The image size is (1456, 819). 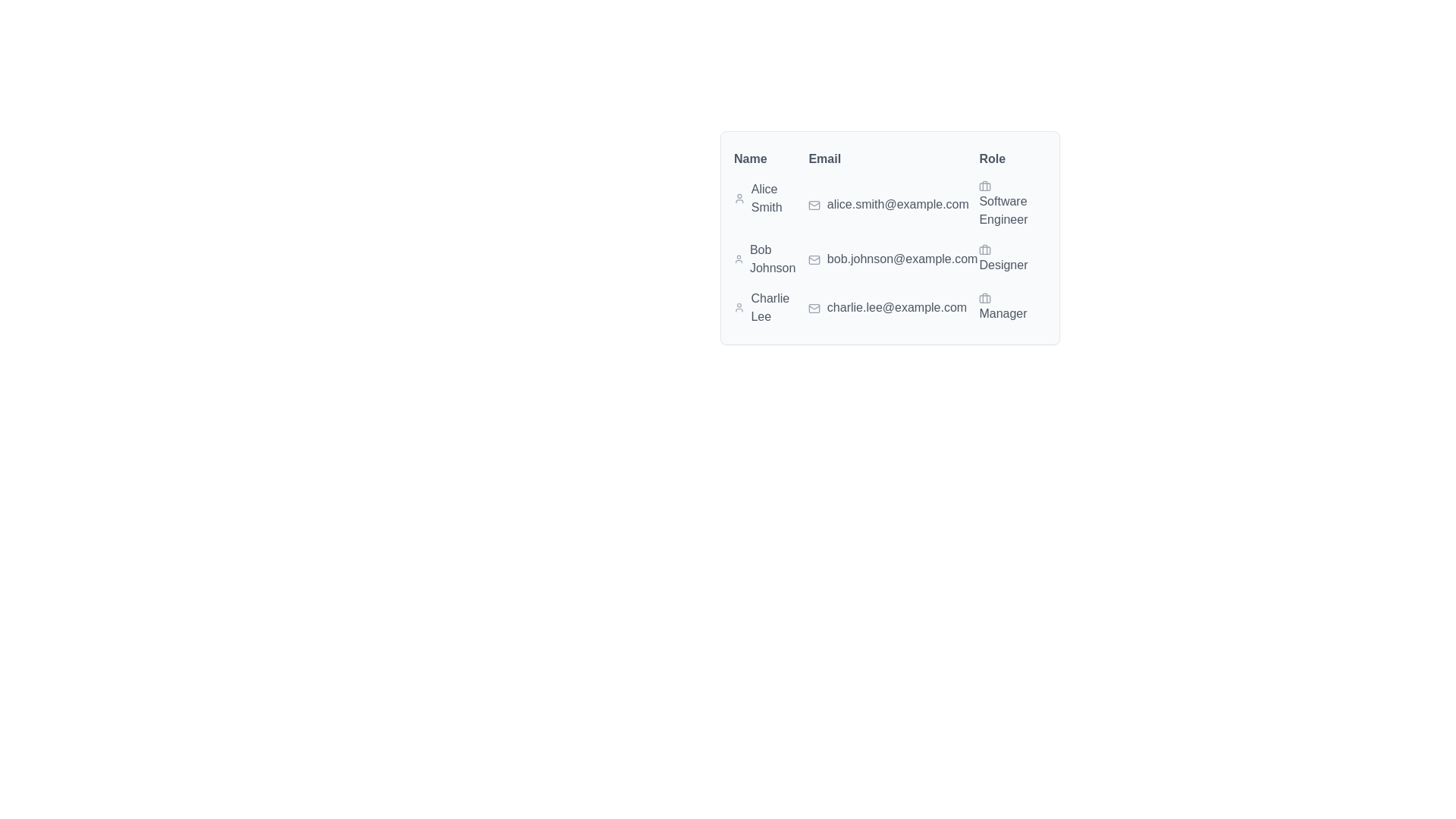 What do you see at coordinates (1012, 307) in the screenshot?
I see `the Text with a decorative icon displaying 'Manager' for user 'Charlie Lee' in the Role column of the table` at bounding box center [1012, 307].